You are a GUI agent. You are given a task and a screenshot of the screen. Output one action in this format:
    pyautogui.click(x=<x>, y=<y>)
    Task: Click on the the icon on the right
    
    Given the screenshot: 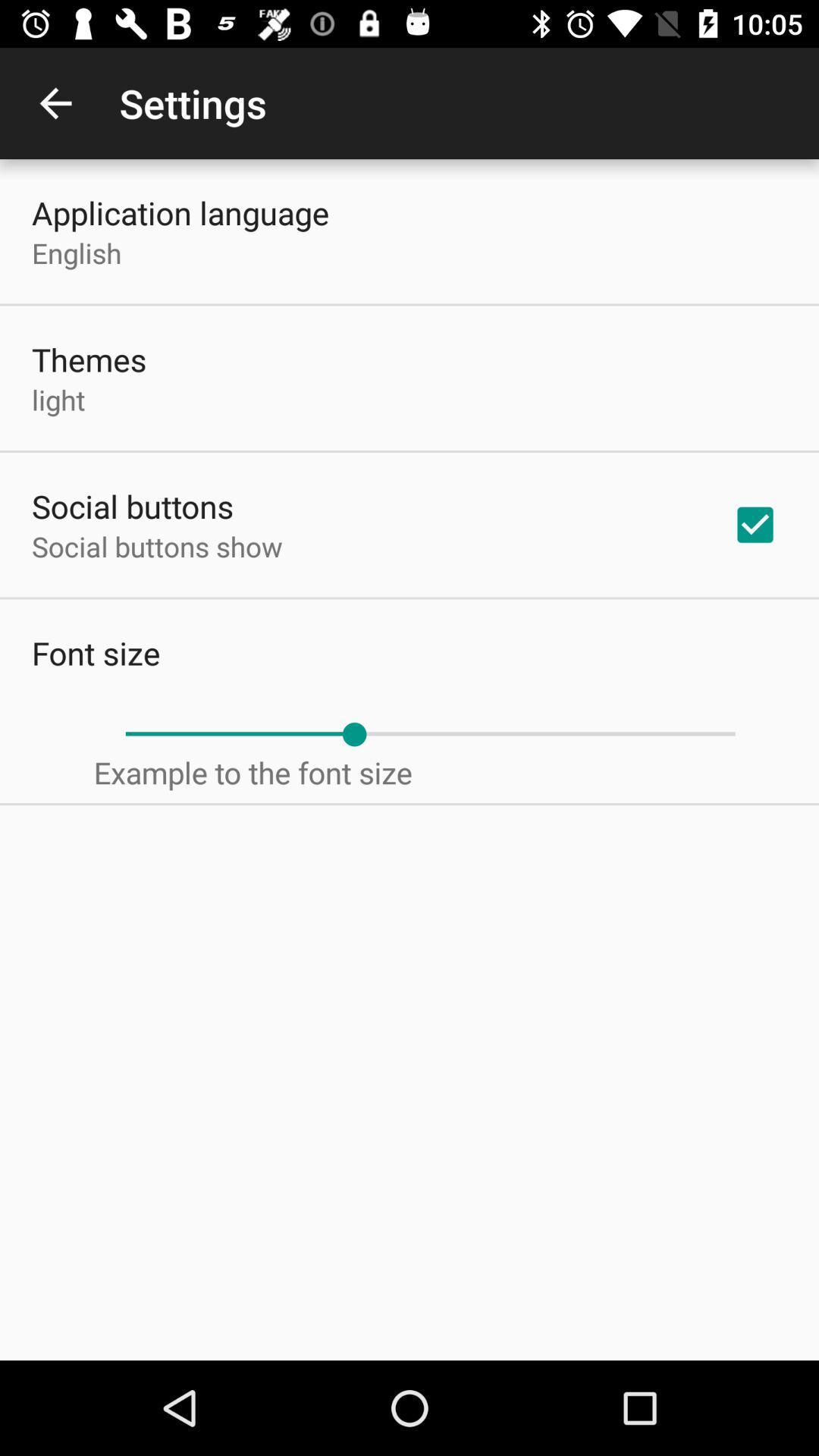 What is the action you would take?
    pyautogui.click(x=755, y=525)
    